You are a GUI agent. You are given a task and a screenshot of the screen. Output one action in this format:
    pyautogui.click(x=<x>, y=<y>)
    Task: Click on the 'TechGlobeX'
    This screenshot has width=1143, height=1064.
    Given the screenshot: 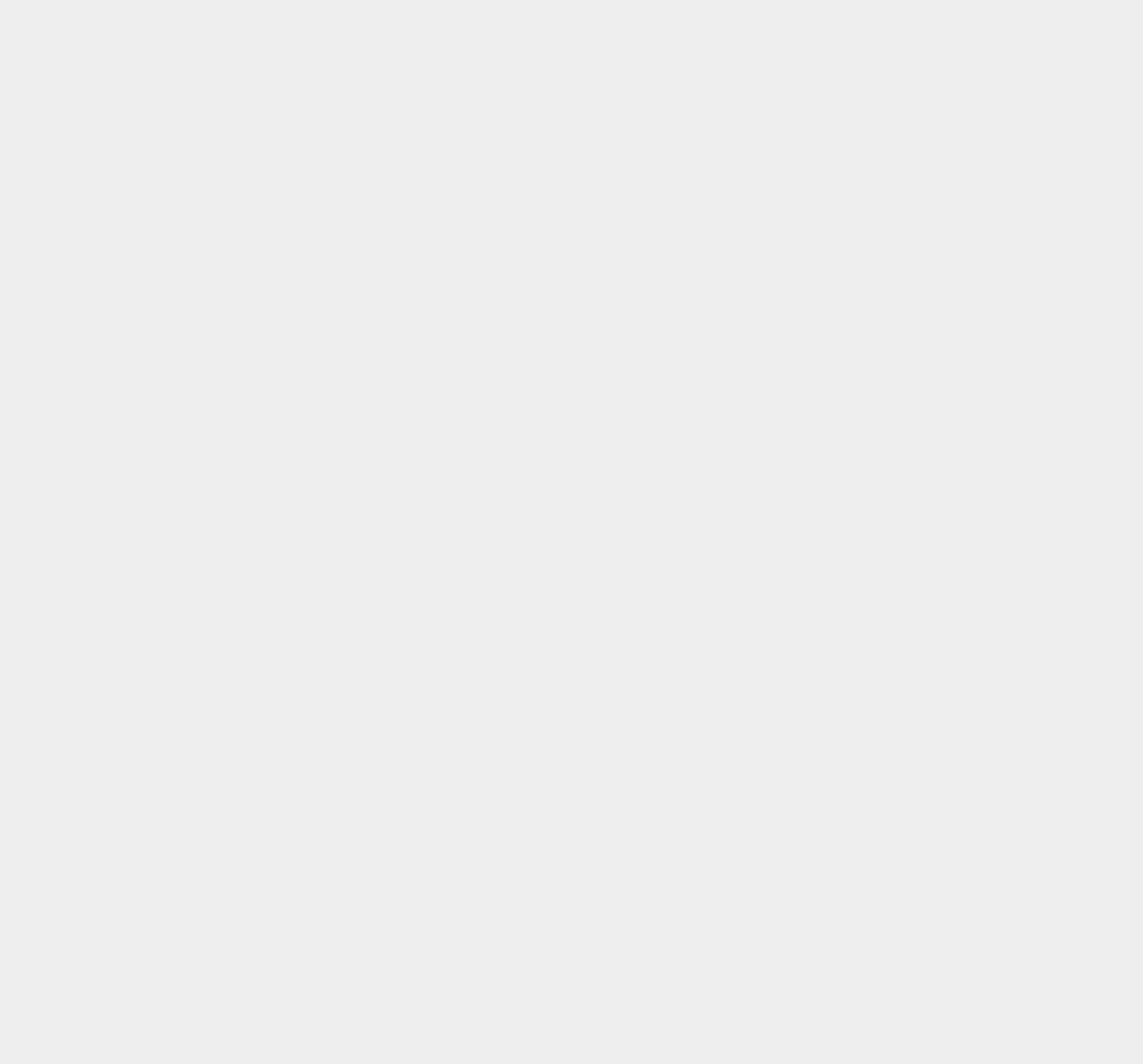 What is the action you would take?
    pyautogui.click(x=807, y=652)
    